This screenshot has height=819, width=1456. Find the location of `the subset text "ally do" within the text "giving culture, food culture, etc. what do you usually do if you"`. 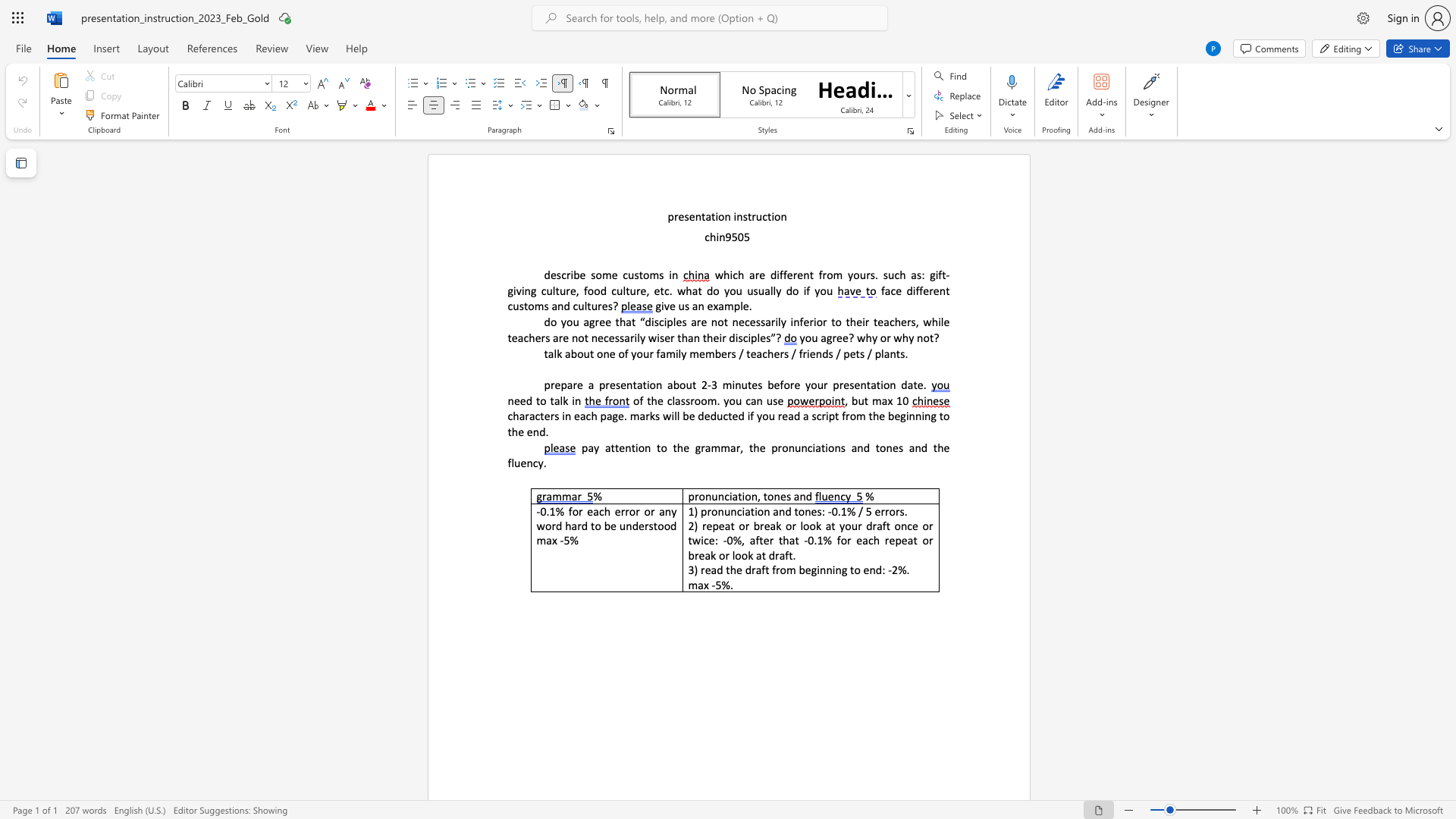

the subset text "ally do" within the text "giving culture, food culture, etc. what do you usually do if you" is located at coordinates (764, 290).